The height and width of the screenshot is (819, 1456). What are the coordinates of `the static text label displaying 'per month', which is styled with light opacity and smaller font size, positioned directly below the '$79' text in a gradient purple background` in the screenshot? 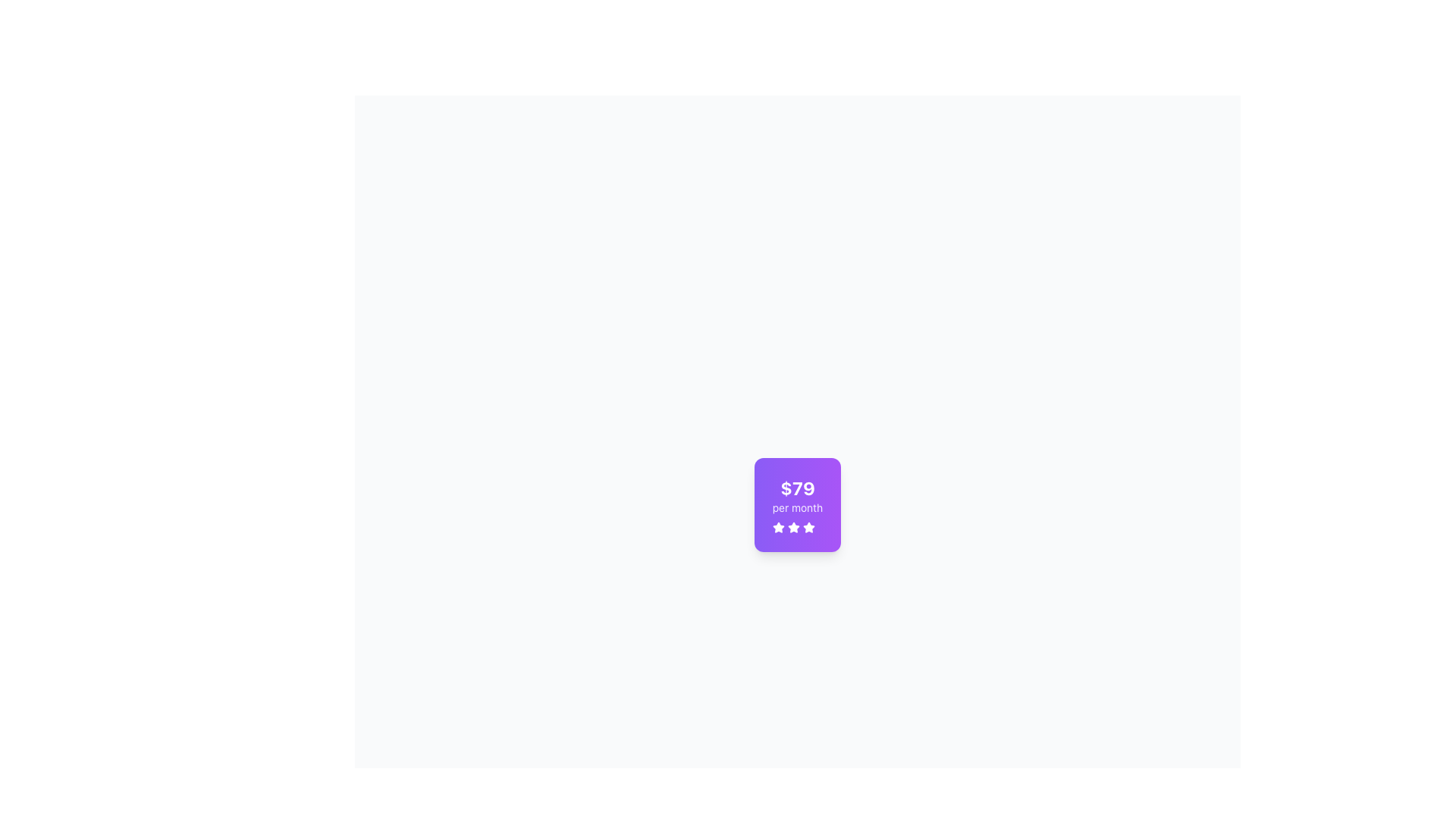 It's located at (796, 508).